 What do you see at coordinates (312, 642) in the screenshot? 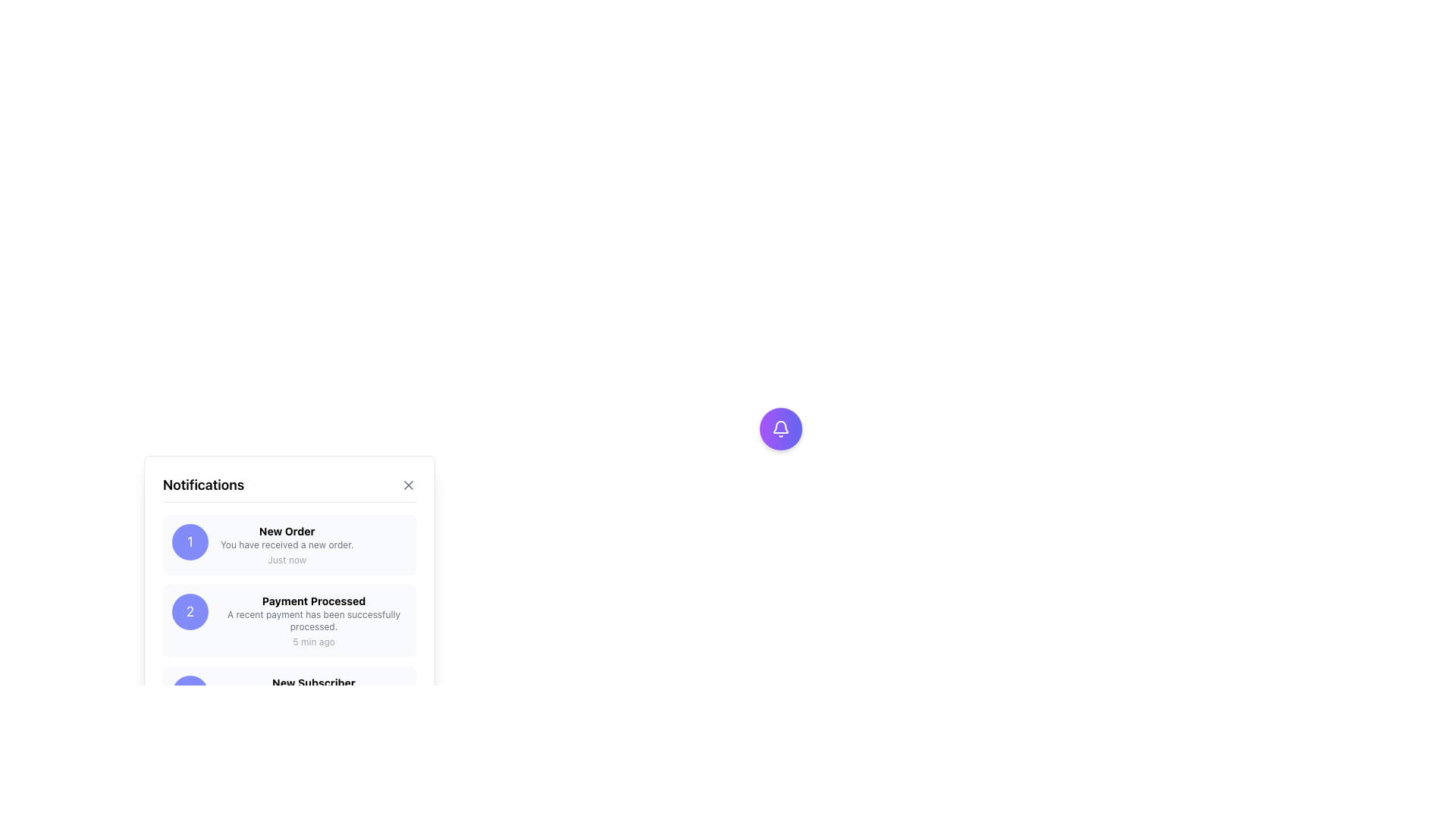
I see `the text label displaying '5 min ago' within the notification card titled 'Payment Processed'` at bounding box center [312, 642].